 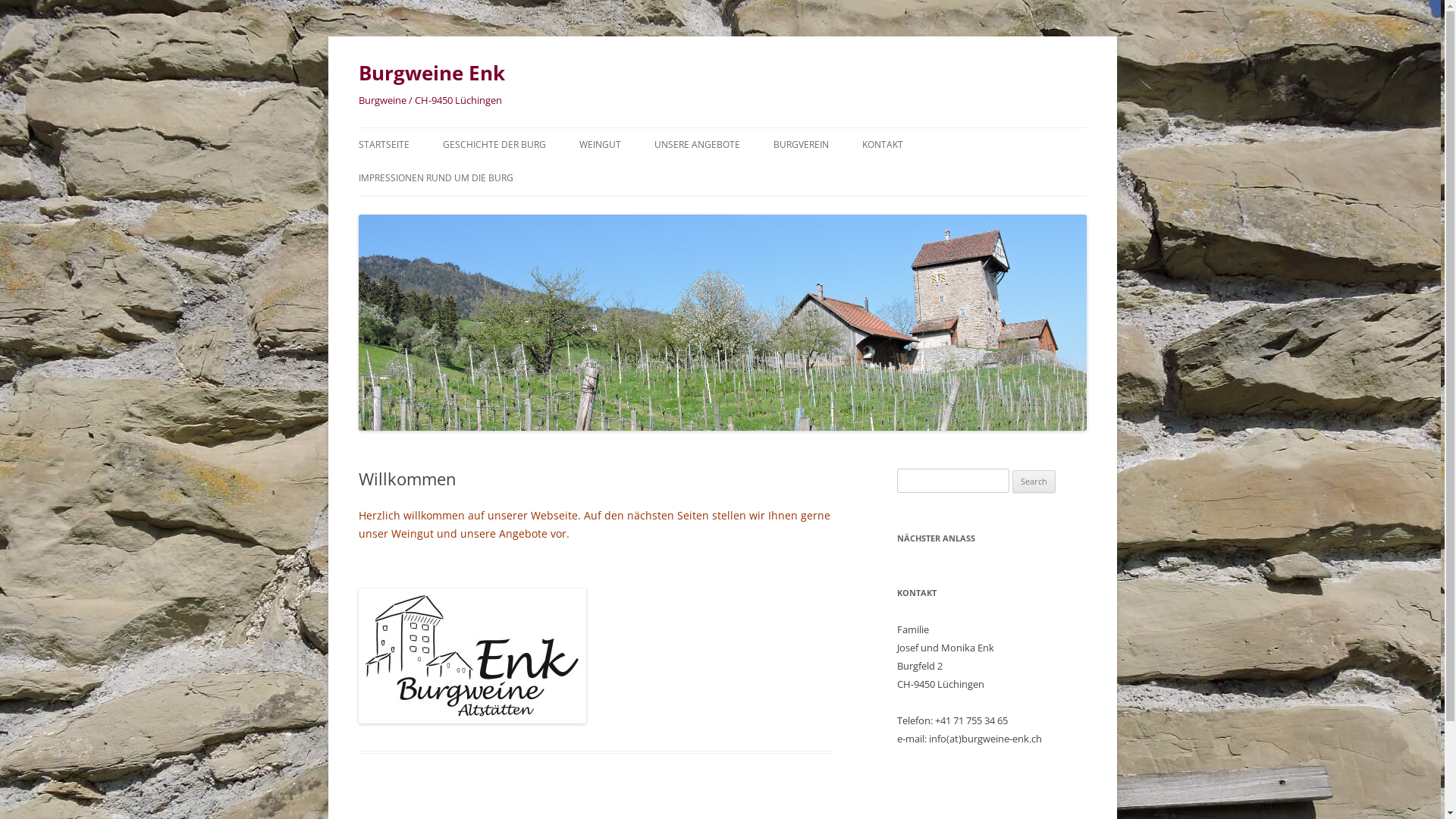 I want to click on 'WEINGUT', so click(x=578, y=145).